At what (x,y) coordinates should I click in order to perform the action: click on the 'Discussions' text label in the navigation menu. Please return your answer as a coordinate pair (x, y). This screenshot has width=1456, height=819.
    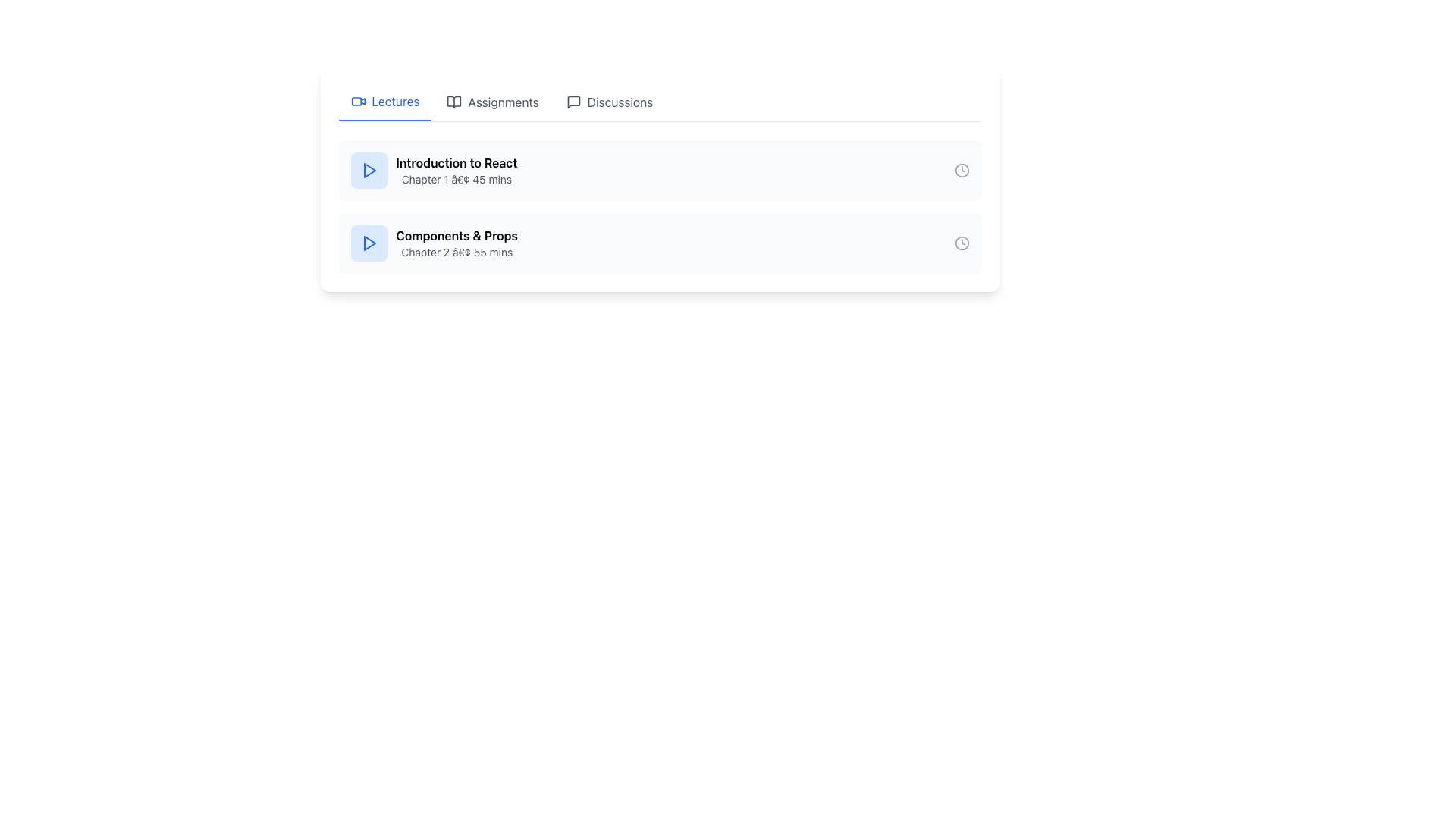
    Looking at the image, I should click on (620, 102).